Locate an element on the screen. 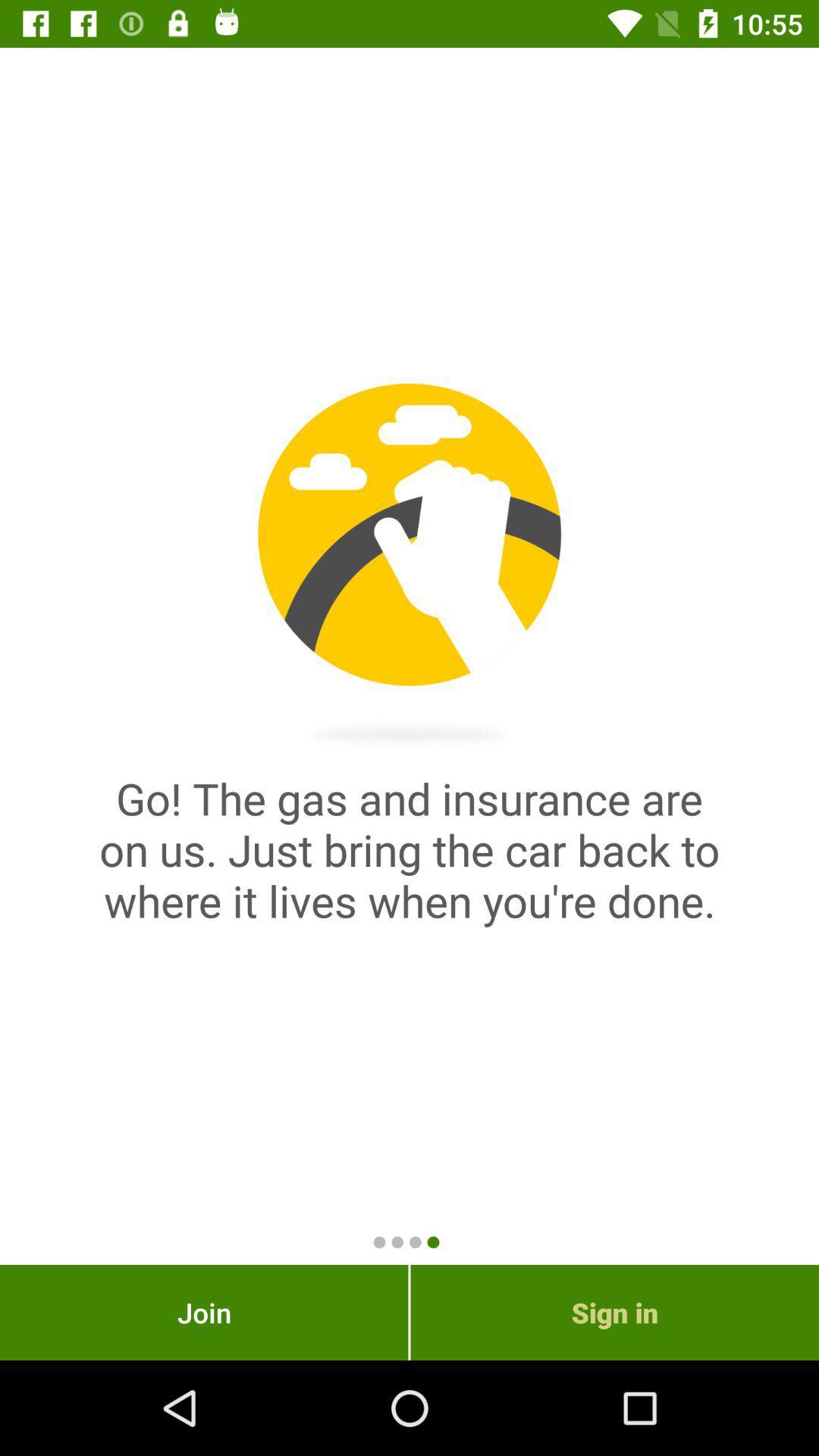 Image resolution: width=819 pixels, height=1456 pixels. join is located at coordinates (203, 1312).